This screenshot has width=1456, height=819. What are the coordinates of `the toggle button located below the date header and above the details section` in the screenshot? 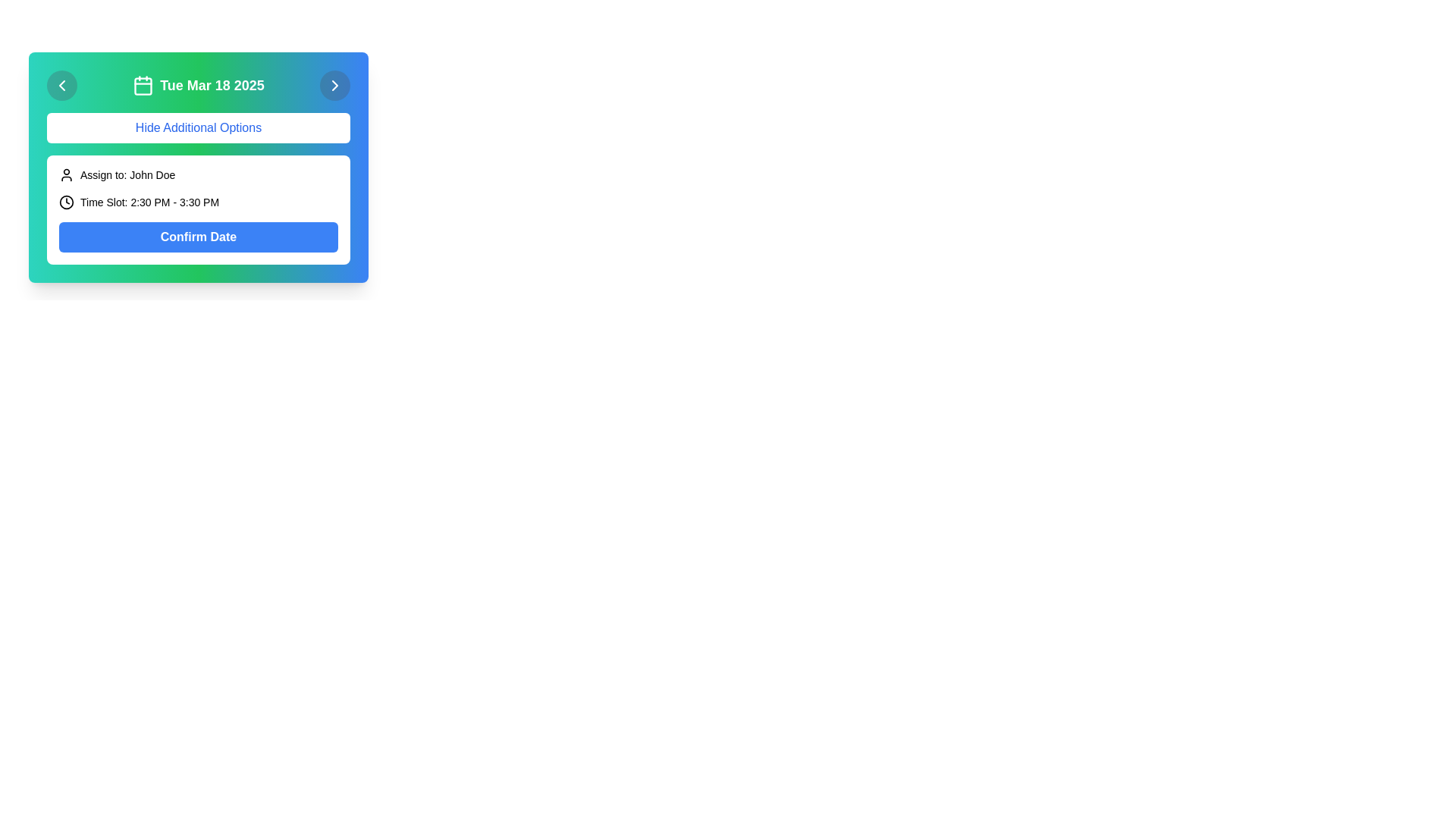 It's located at (198, 127).